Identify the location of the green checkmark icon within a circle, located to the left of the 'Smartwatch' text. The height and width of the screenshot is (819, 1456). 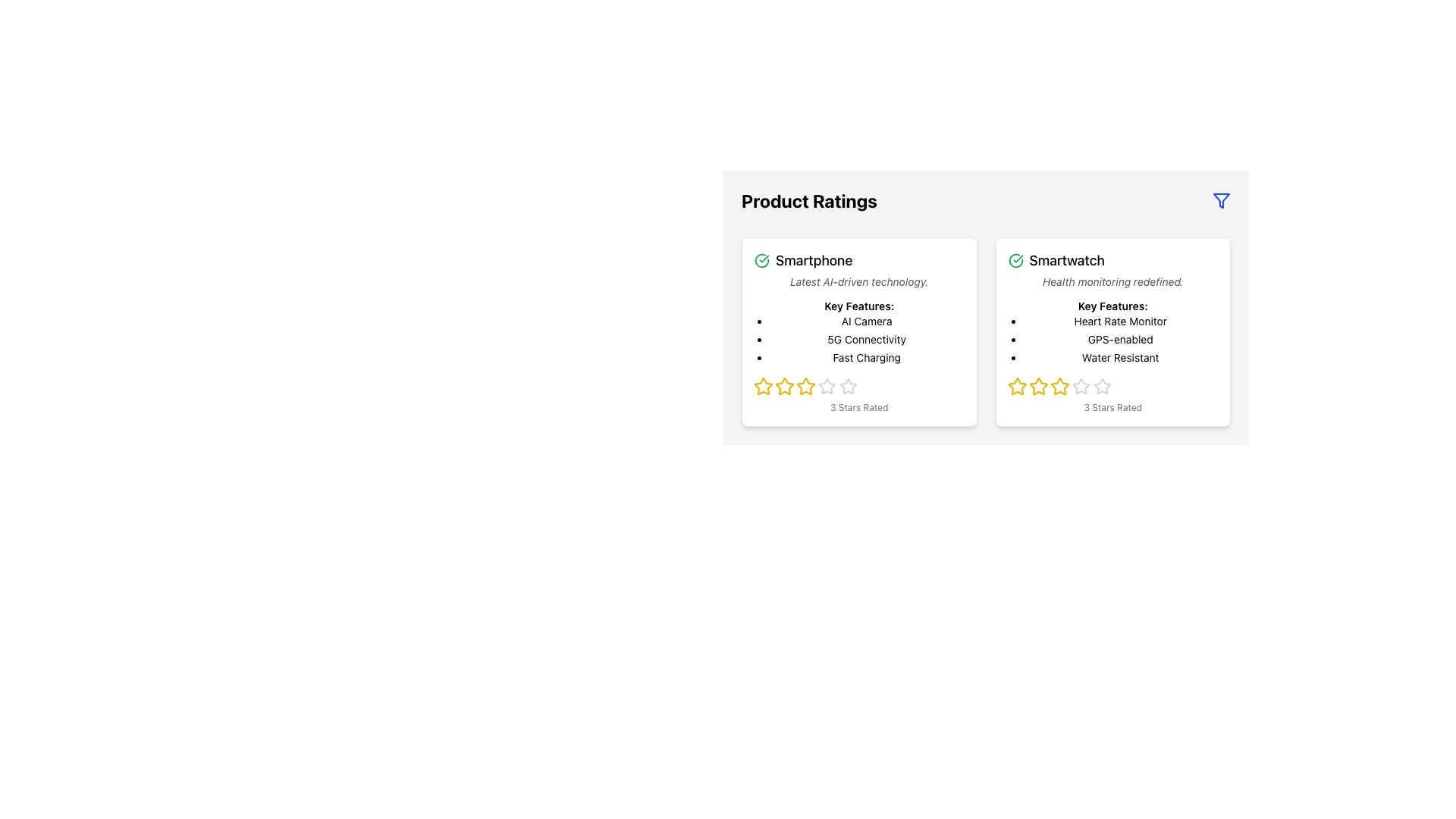
(1015, 259).